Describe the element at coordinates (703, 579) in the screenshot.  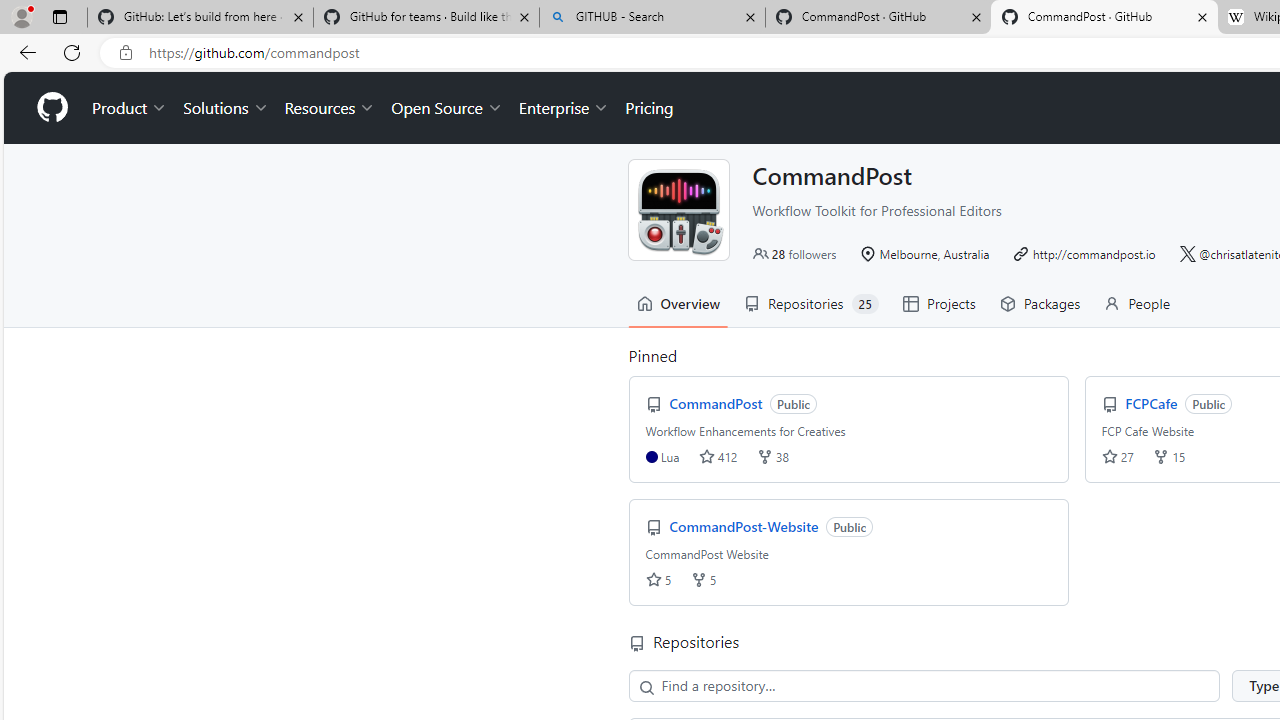
I see `'forks 5'` at that location.